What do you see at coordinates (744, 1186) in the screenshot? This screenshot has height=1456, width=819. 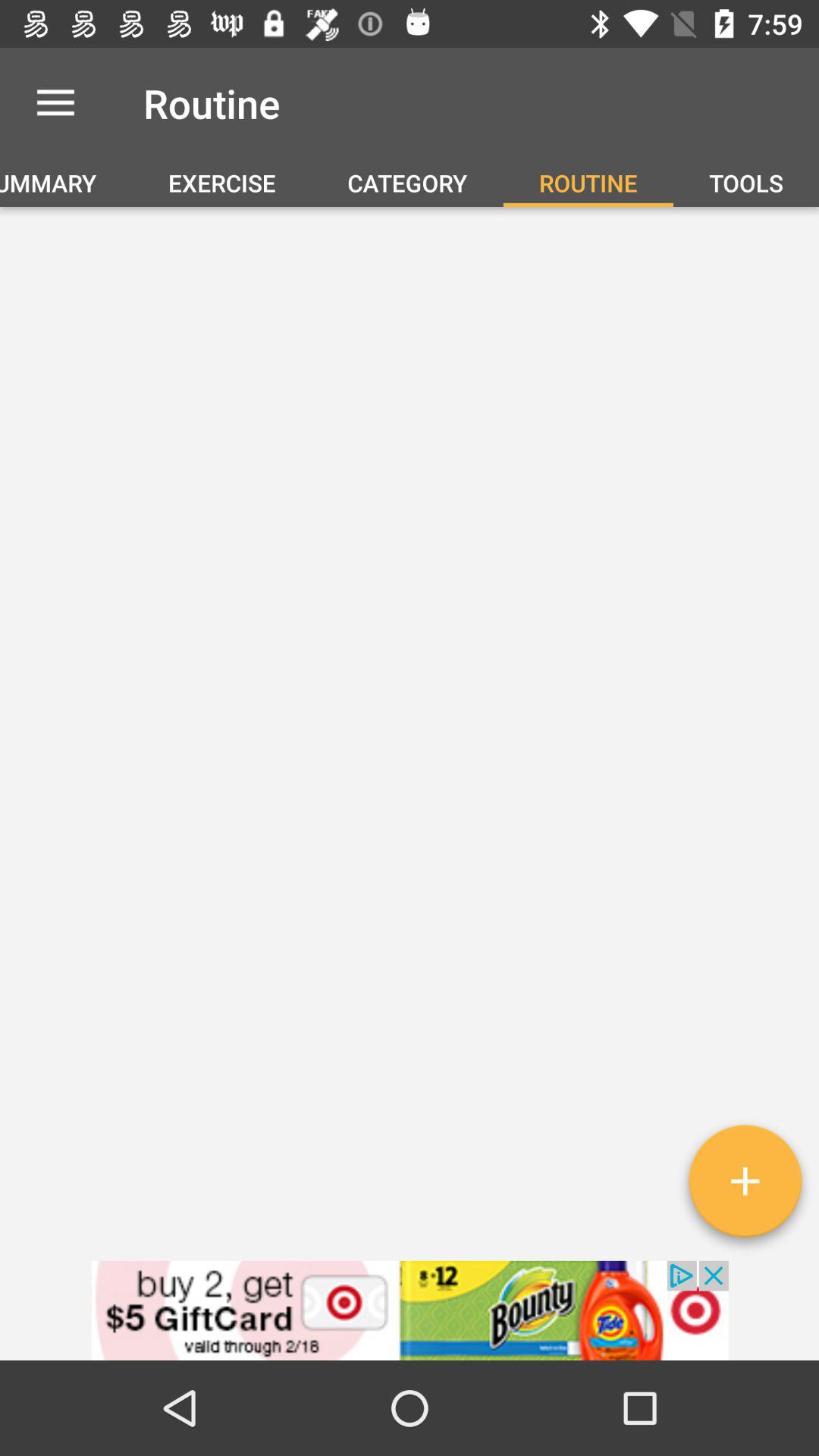 I see `the add icon` at bounding box center [744, 1186].